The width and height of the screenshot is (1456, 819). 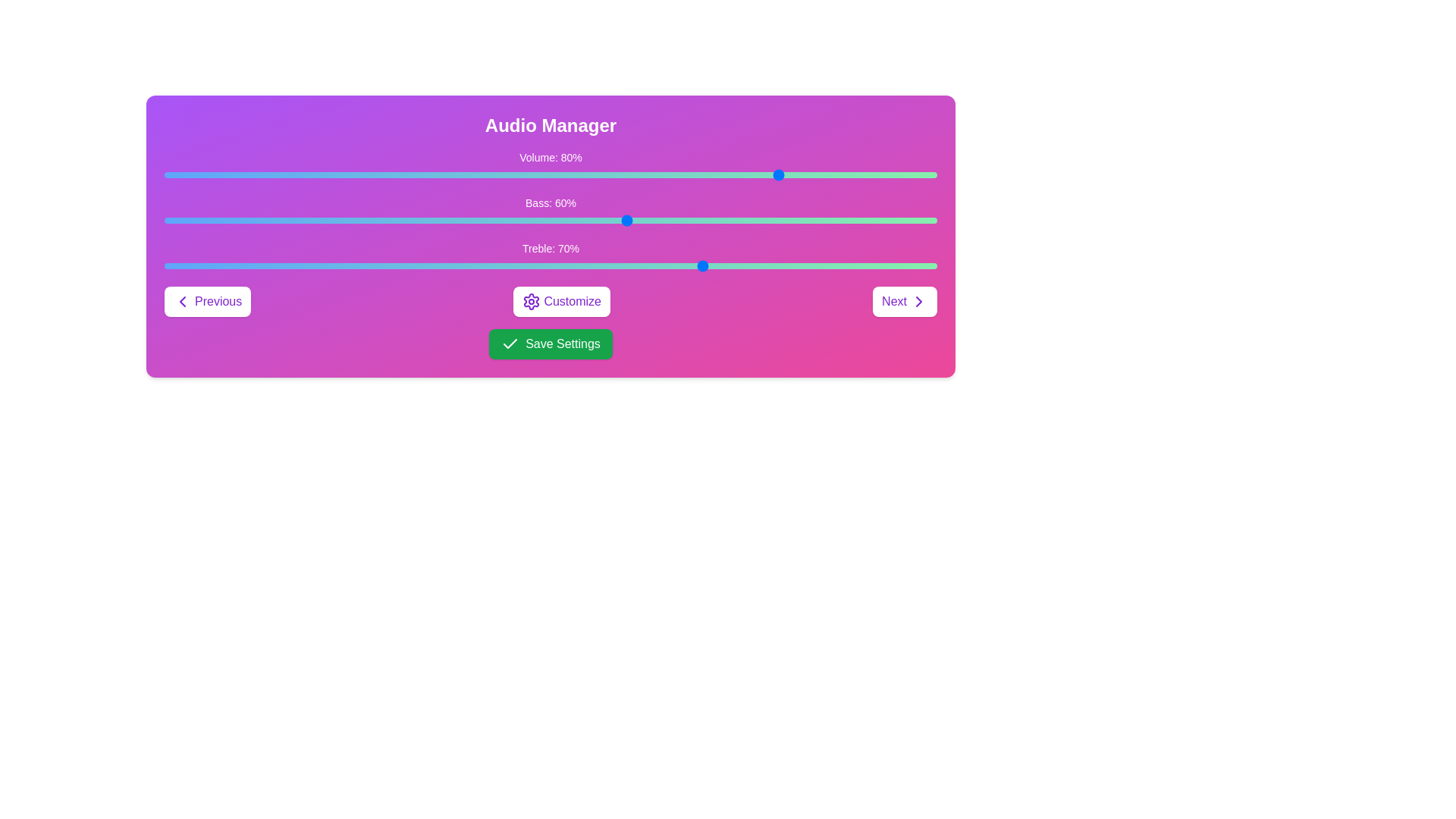 What do you see at coordinates (883, 174) in the screenshot?
I see `the slider value` at bounding box center [883, 174].